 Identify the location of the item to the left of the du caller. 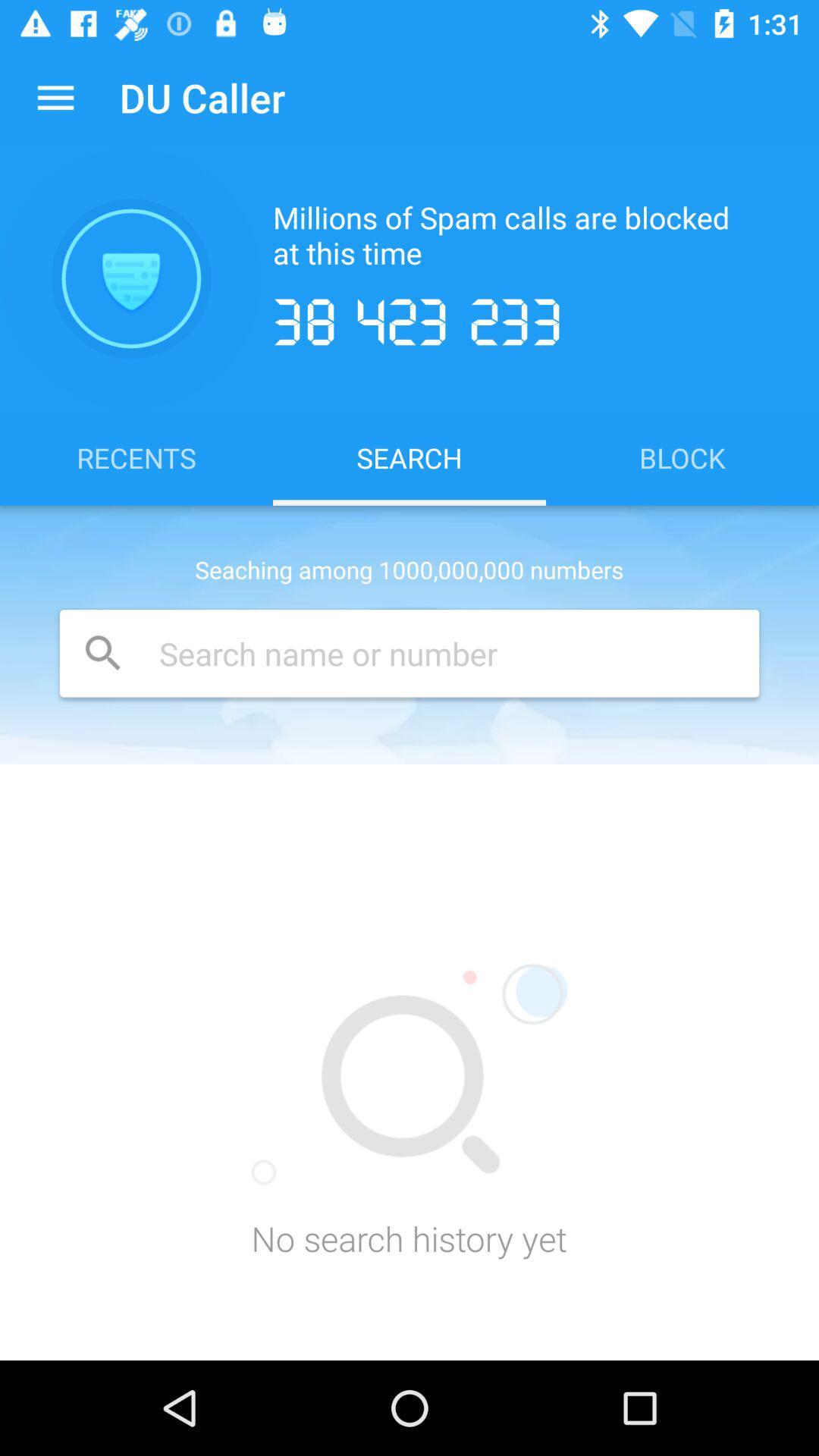
(55, 96).